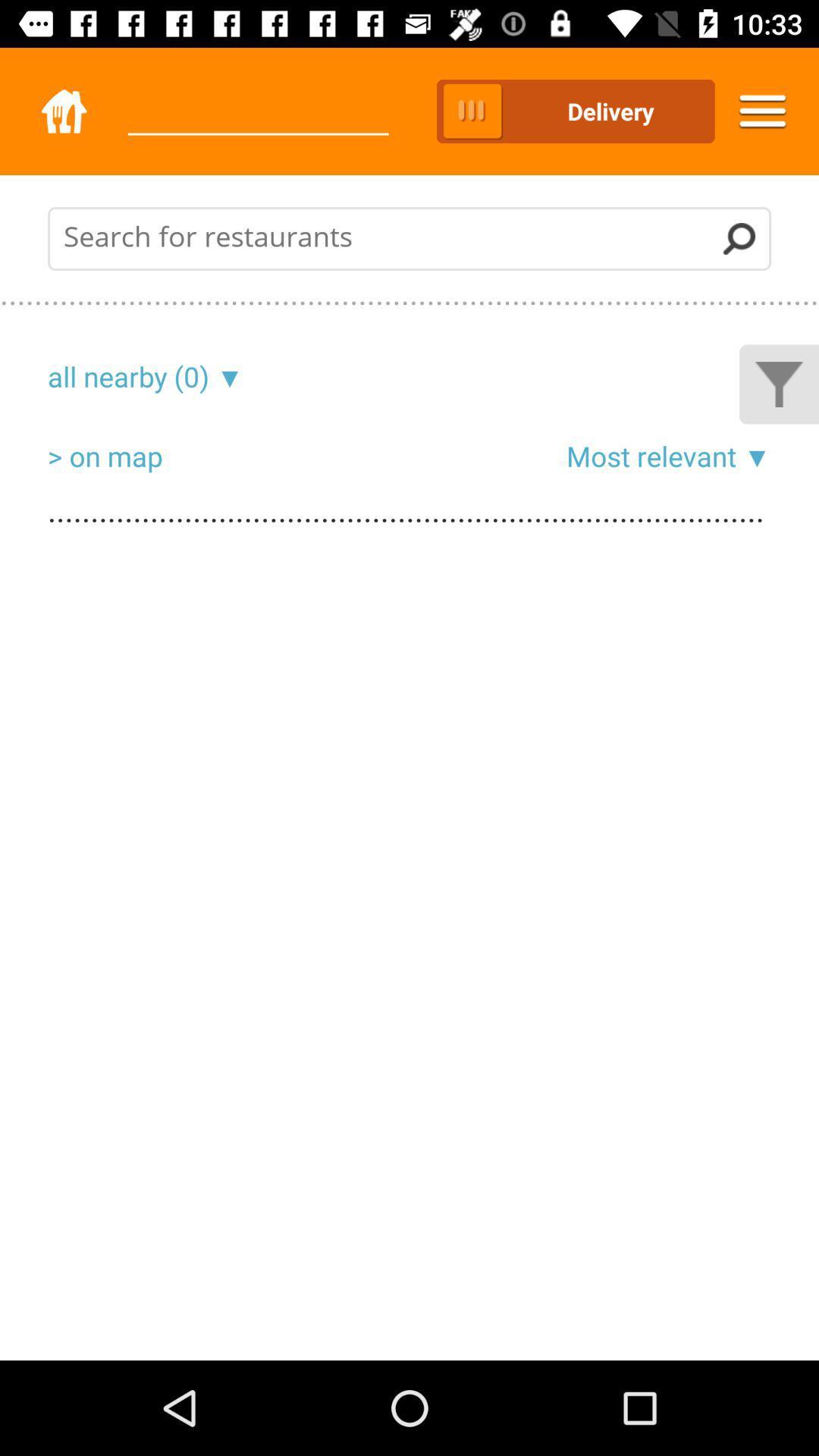 The width and height of the screenshot is (819, 1456). I want to click on item above .................................................................................................................................................................................................................................................................................................................................................................................................................................................................................................... item, so click(226, 376).